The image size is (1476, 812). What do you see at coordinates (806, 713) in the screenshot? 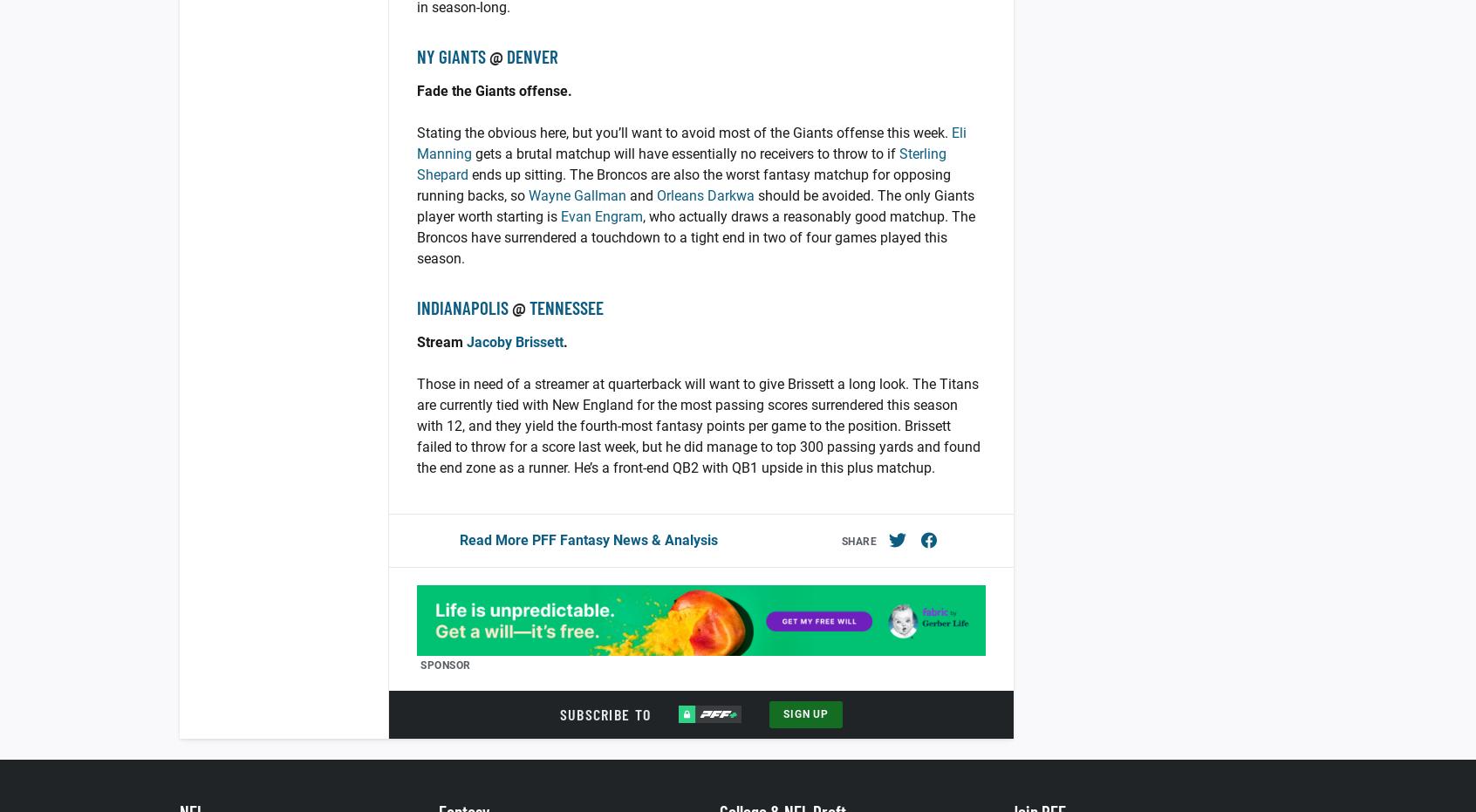
I see `'Sign Up'` at bounding box center [806, 713].